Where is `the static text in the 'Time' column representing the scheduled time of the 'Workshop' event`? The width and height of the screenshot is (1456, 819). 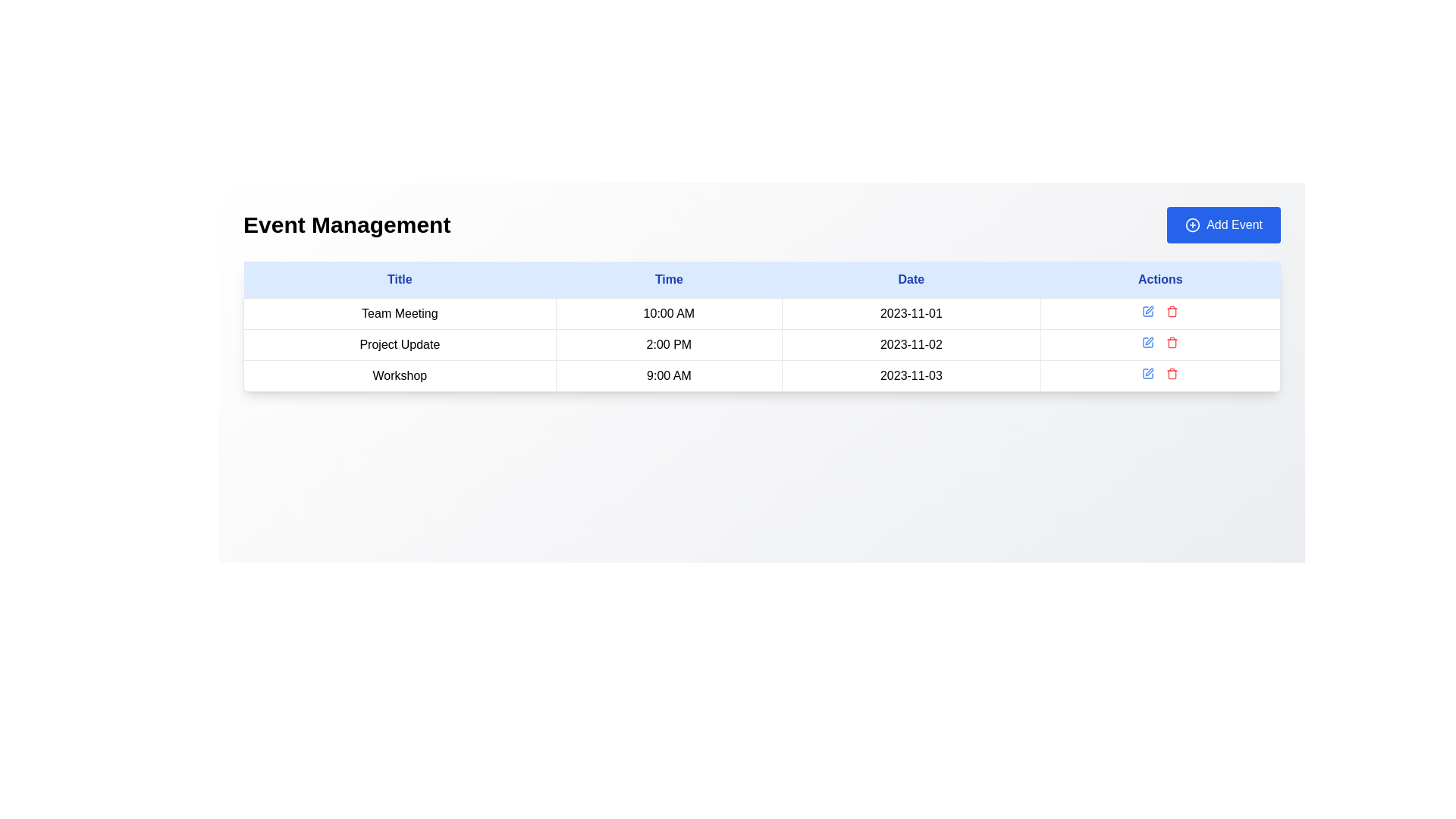
the static text in the 'Time' column representing the scheduled time of the 'Workshop' event is located at coordinates (668, 375).